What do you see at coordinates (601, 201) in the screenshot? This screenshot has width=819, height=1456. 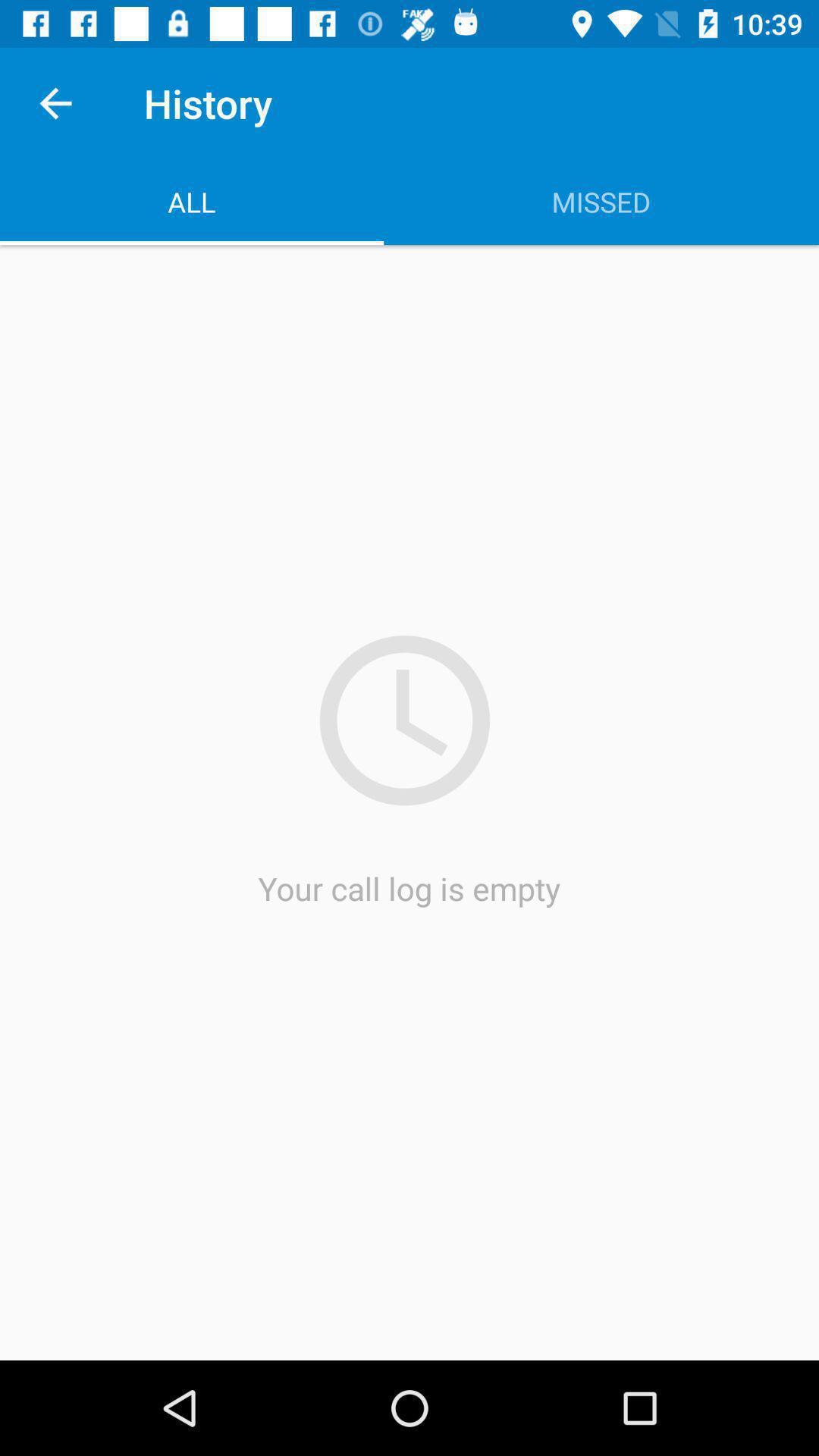 I see `the app at the top right corner` at bounding box center [601, 201].